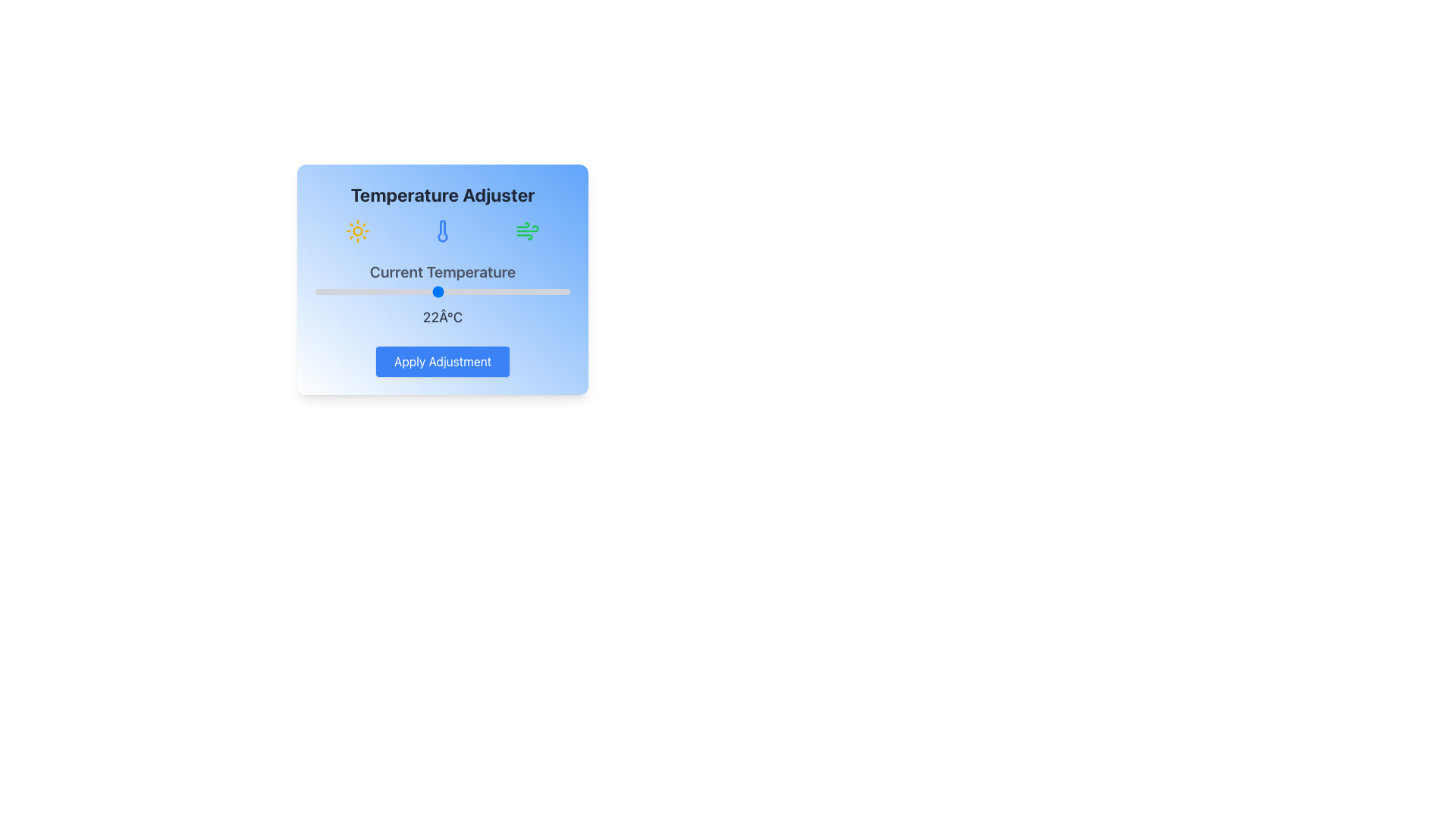 The image size is (1456, 819). I want to click on the temperature, so click(457, 292).